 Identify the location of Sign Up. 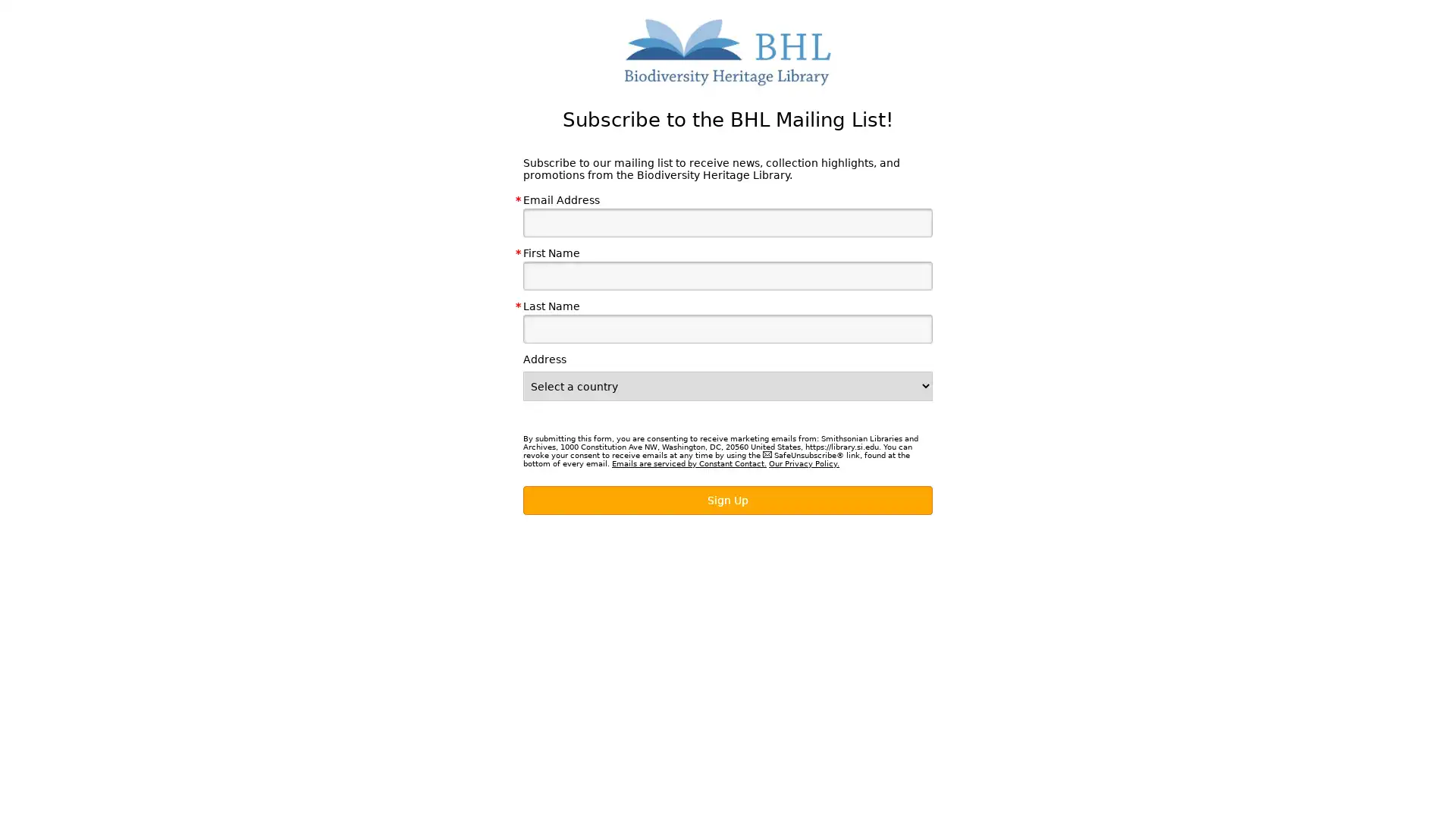
(728, 500).